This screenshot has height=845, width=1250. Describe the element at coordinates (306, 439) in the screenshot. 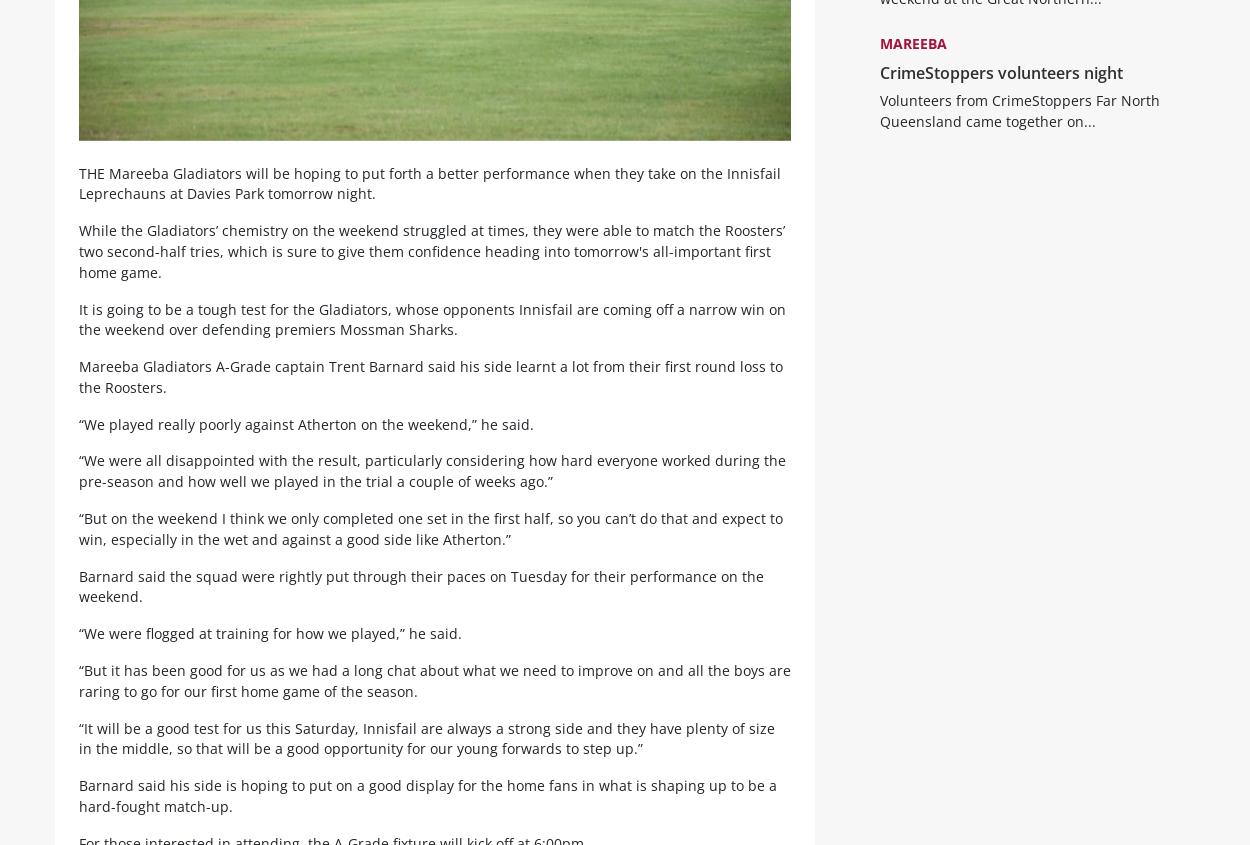

I see `'“We played really poorly against Atherton on the weekend,” he said.'` at that location.